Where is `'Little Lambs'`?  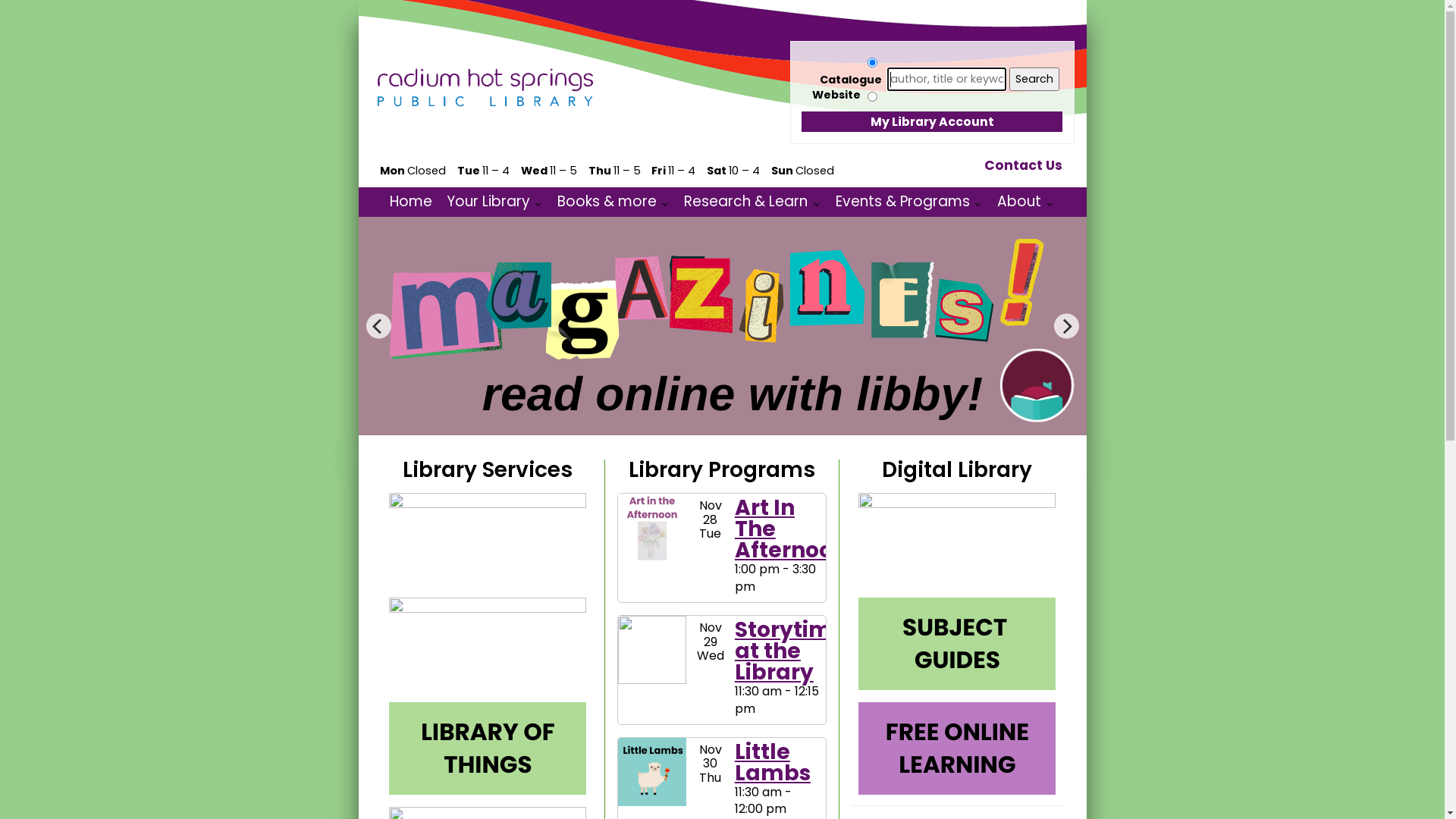 'Little Lambs' is located at coordinates (772, 762).